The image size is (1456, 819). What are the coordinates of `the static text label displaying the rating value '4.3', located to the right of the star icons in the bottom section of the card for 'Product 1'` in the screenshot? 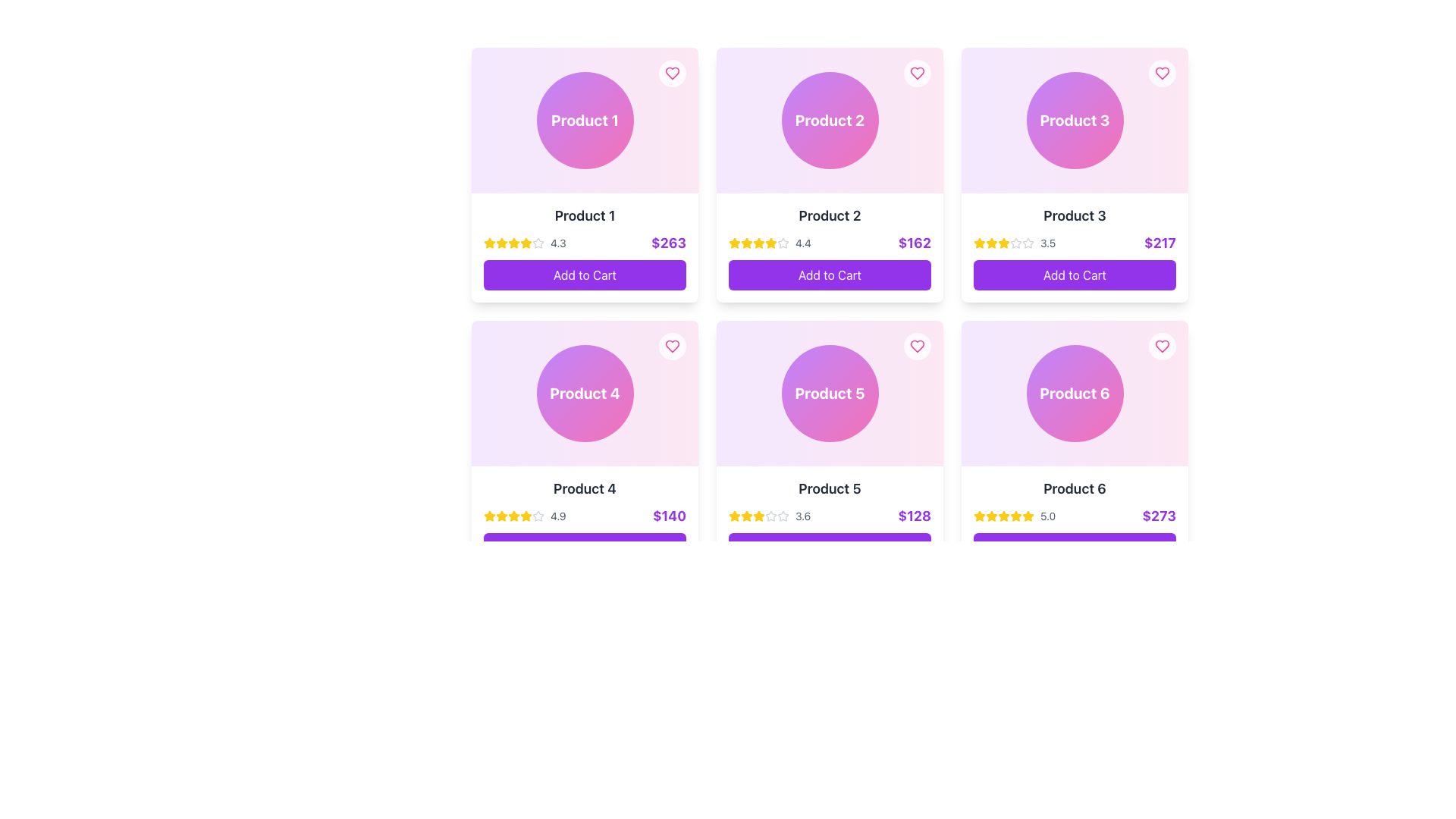 It's located at (557, 242).